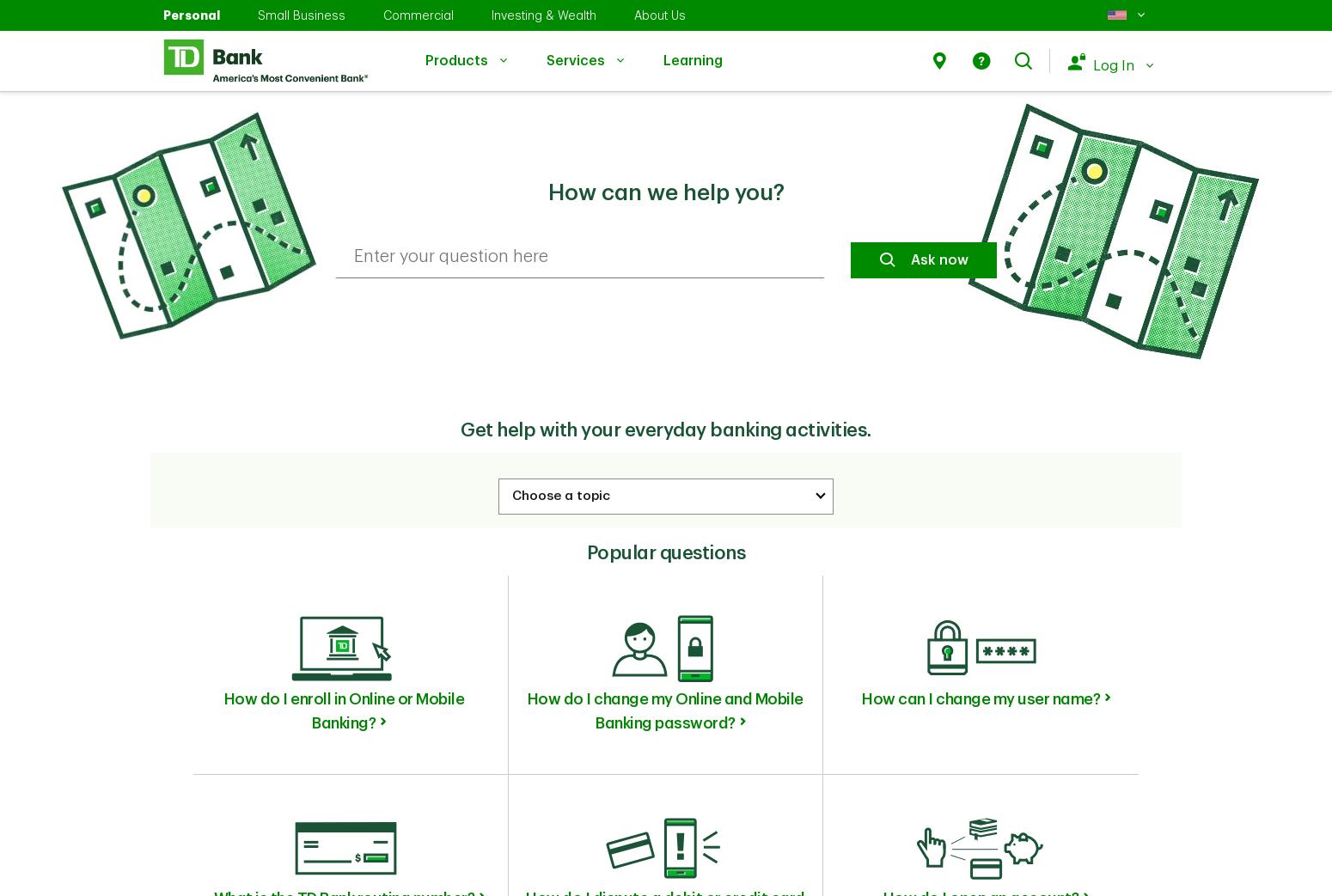 The width and height of the screenshot is (1332, 896). Describe the element at coordinates (633, 15) in the screenshot. I see `'About Us'` at that location.